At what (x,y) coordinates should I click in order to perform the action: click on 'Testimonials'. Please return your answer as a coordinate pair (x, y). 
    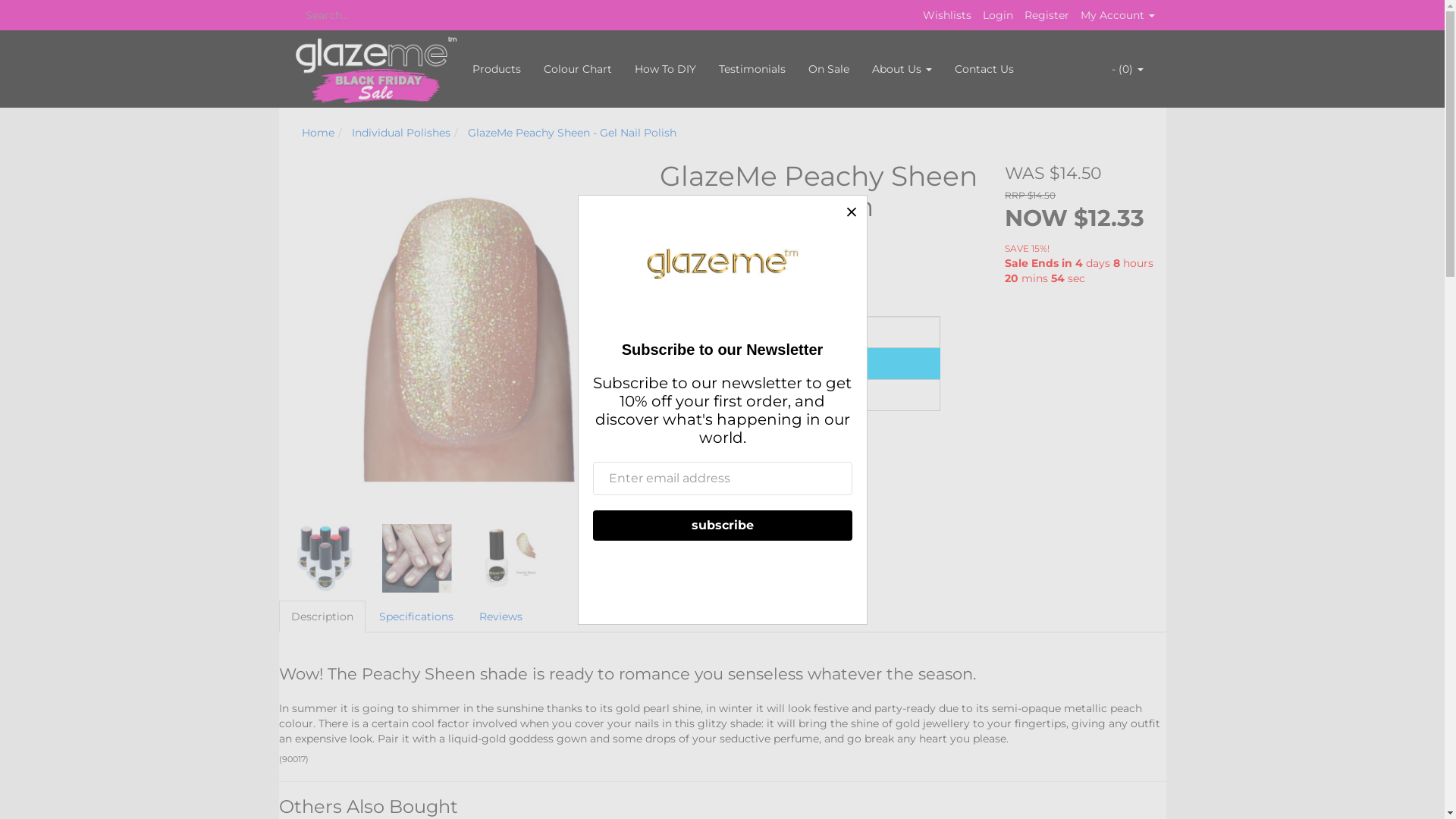
    Looking at the image, I should click on (751, 69).